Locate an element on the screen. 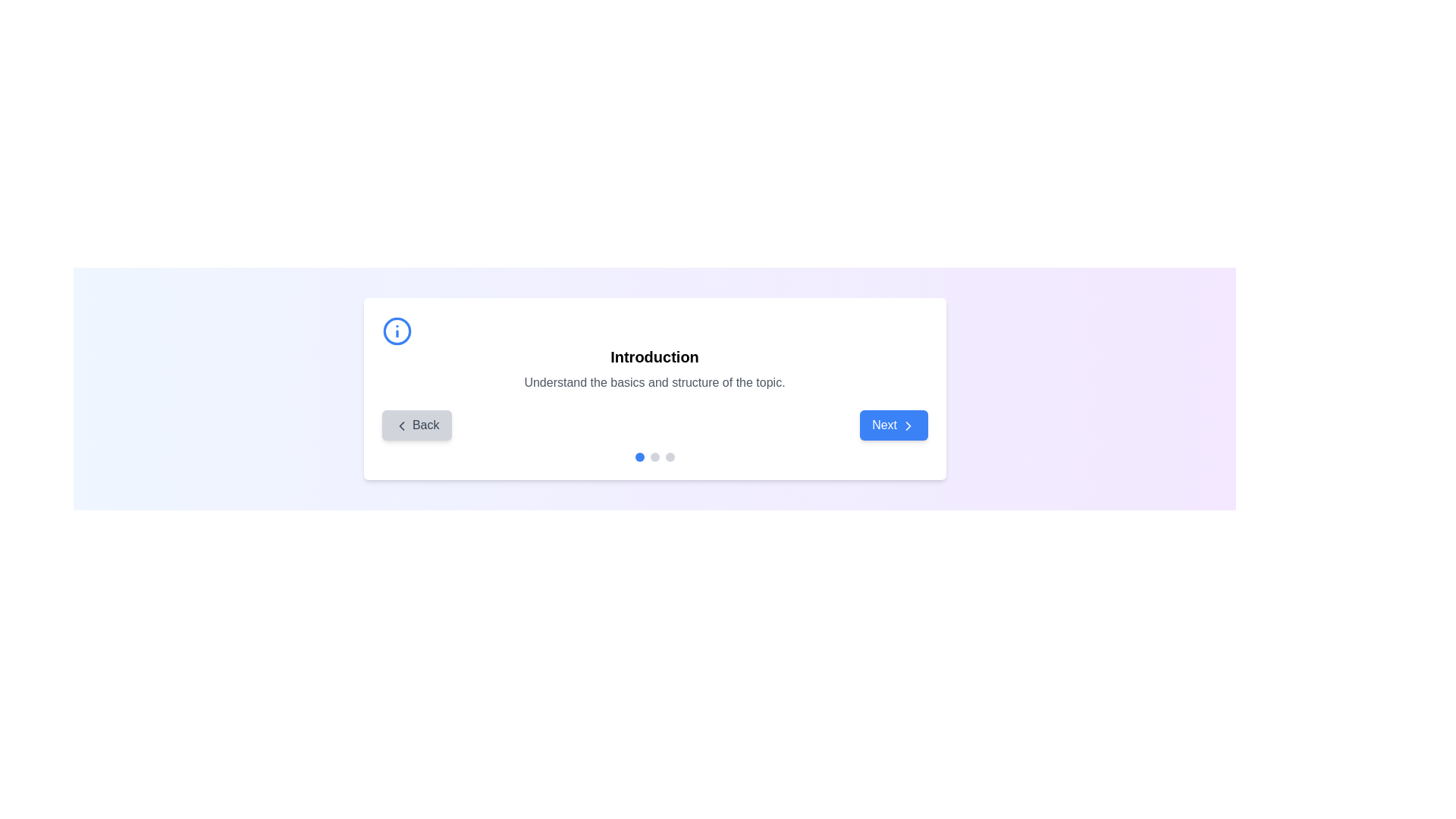  the navigation button located at the rightmost end of its containing group is located at coordinates (893, 425).